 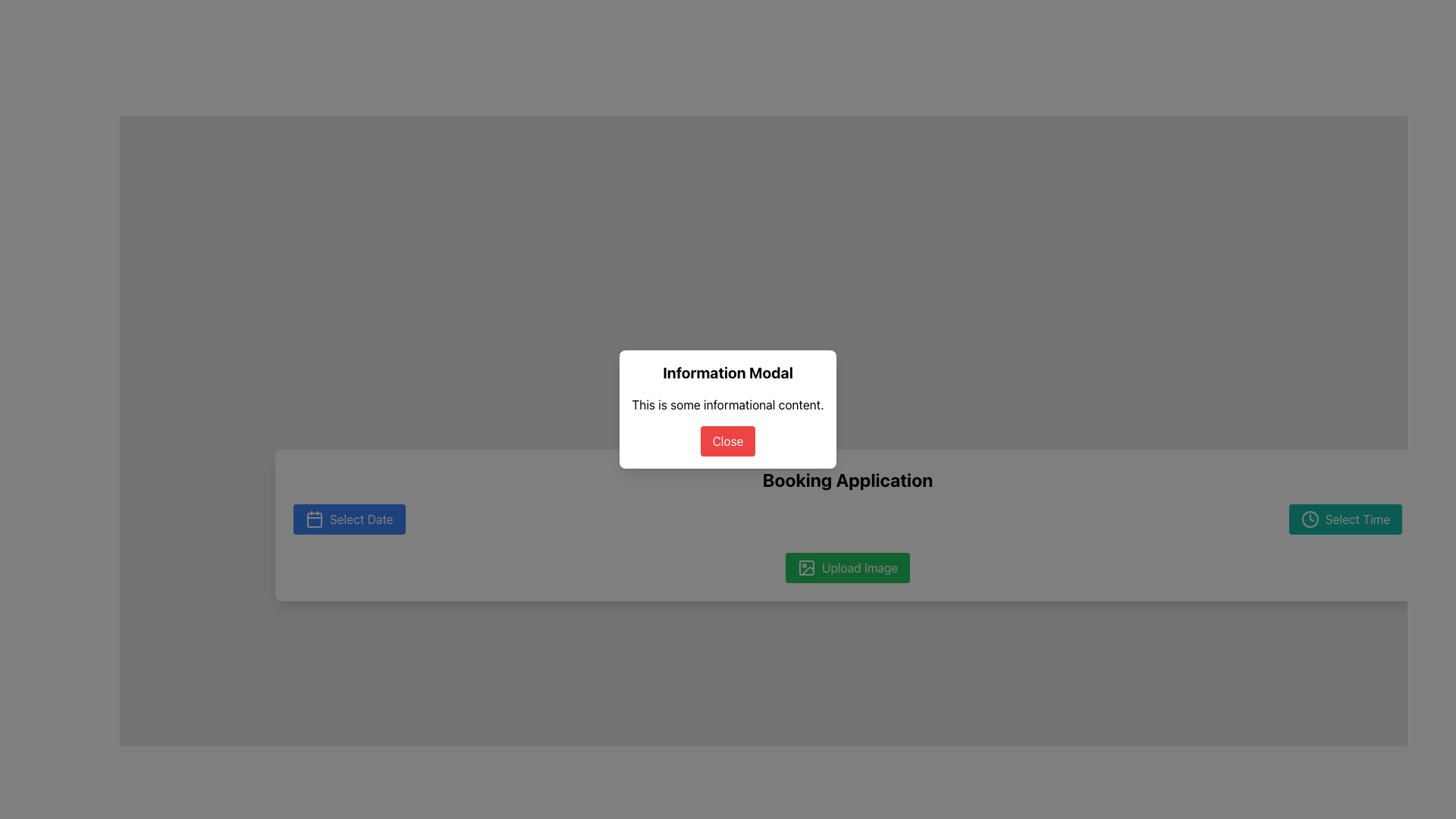 What do you see at coordinates (847, 567) in the screenshot?
I see `the image upload button located between the 'Select Date' and 'Select Time' buttons at the bottom of the 'Booking Application' card to initiate the image upload process` at bounding box center [847, 567].